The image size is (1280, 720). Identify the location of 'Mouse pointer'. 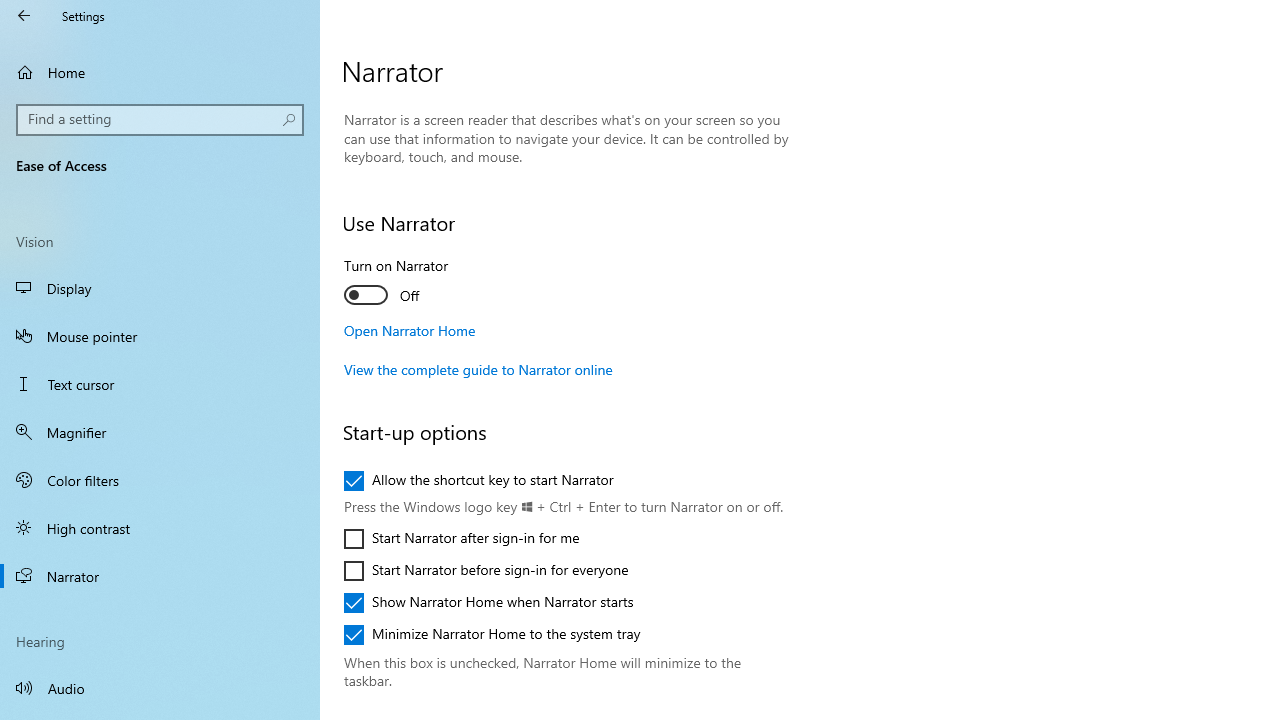
(160, 334).